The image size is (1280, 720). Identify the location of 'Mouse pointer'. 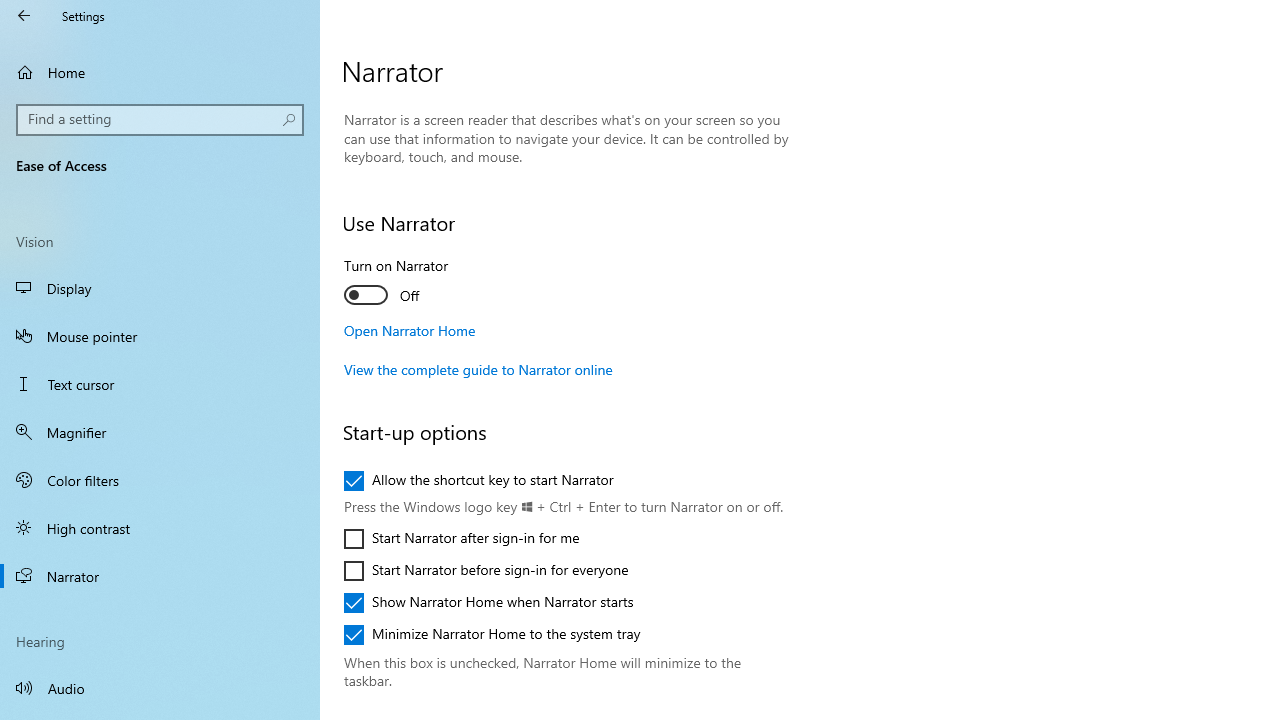
(160, 334).